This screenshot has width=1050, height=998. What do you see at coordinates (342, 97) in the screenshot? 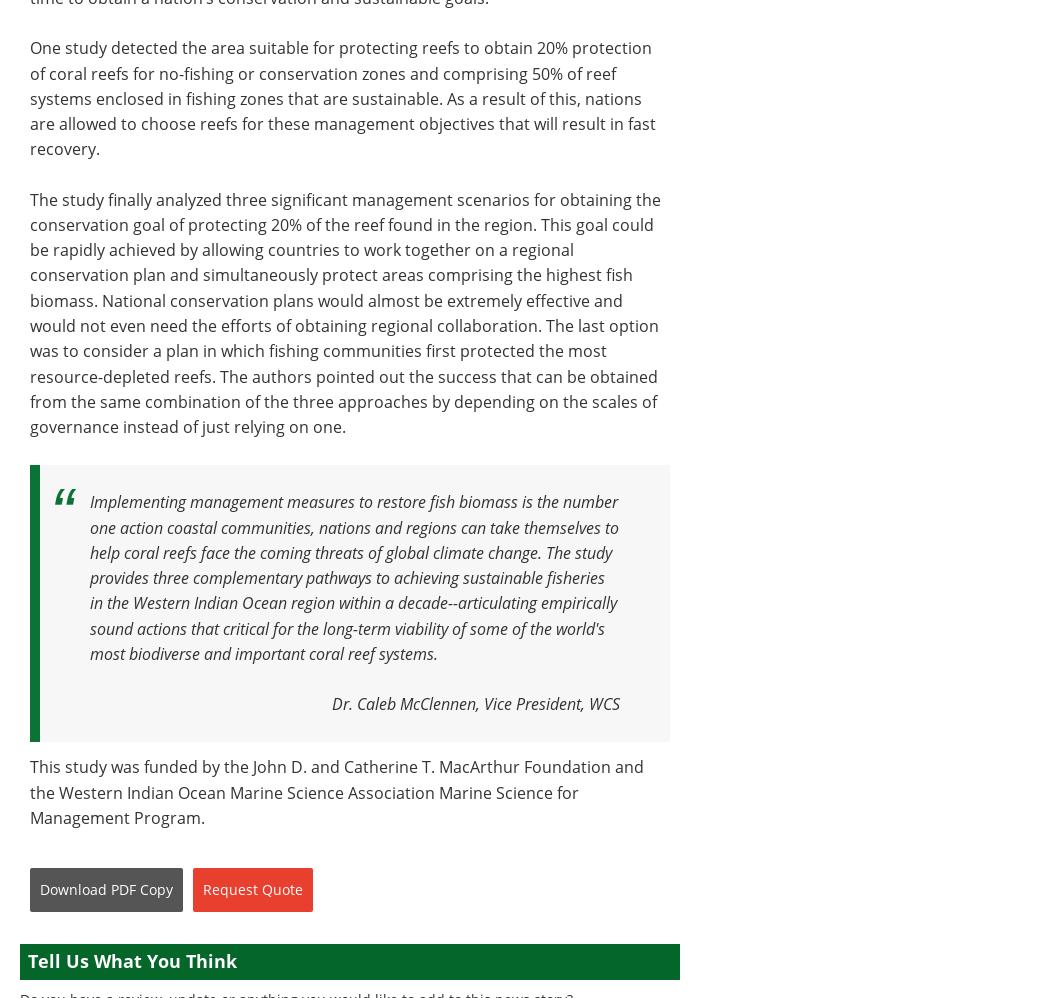
I see `'One study detected the area suitable for protecting reefs to obtain 20% protection of coral reefs for no-fishing or conservation zones and comprising 50% of reef systems enclosed in fishing zones that are sustainable. As a result of this, nations are allowed to choose reefs for these management objectives that will result in fast recovery.'` at bounding box center [342, 97].